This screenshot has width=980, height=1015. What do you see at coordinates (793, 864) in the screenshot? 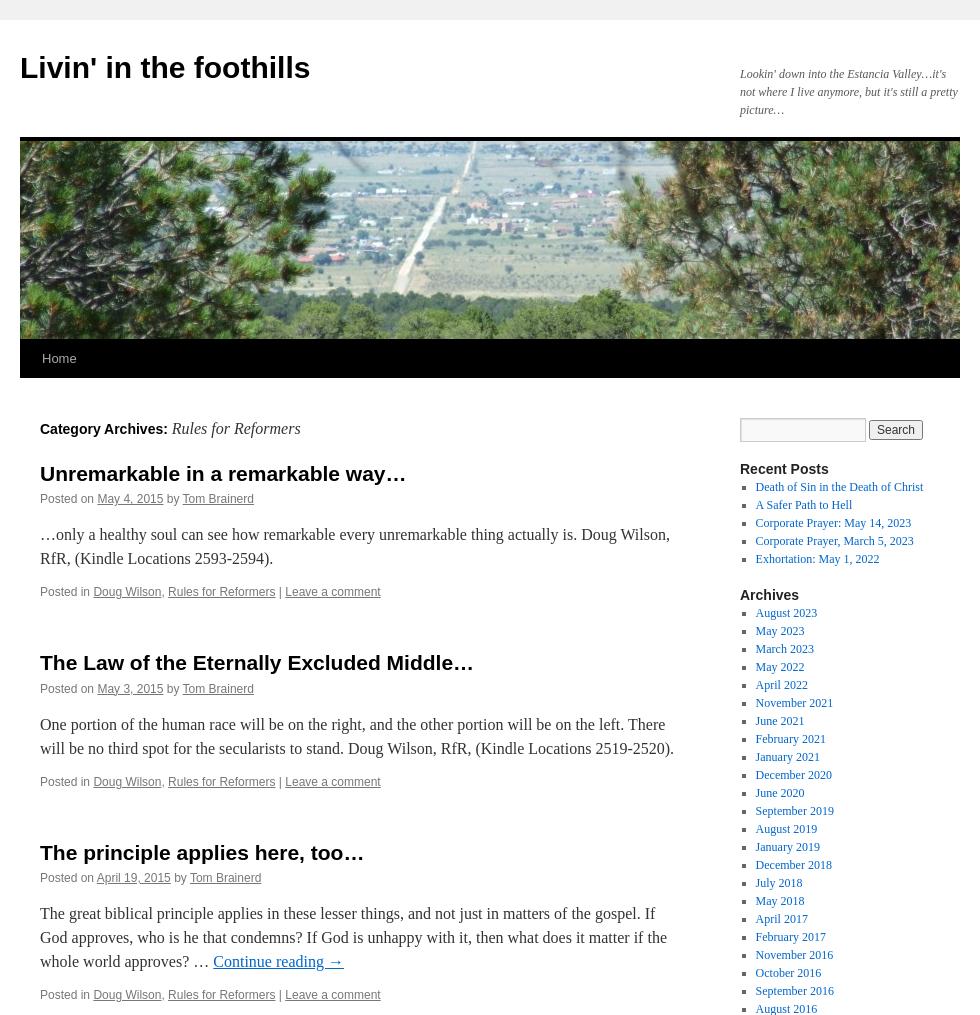
I see `'December 2018'` at bounding box center [793, 864].